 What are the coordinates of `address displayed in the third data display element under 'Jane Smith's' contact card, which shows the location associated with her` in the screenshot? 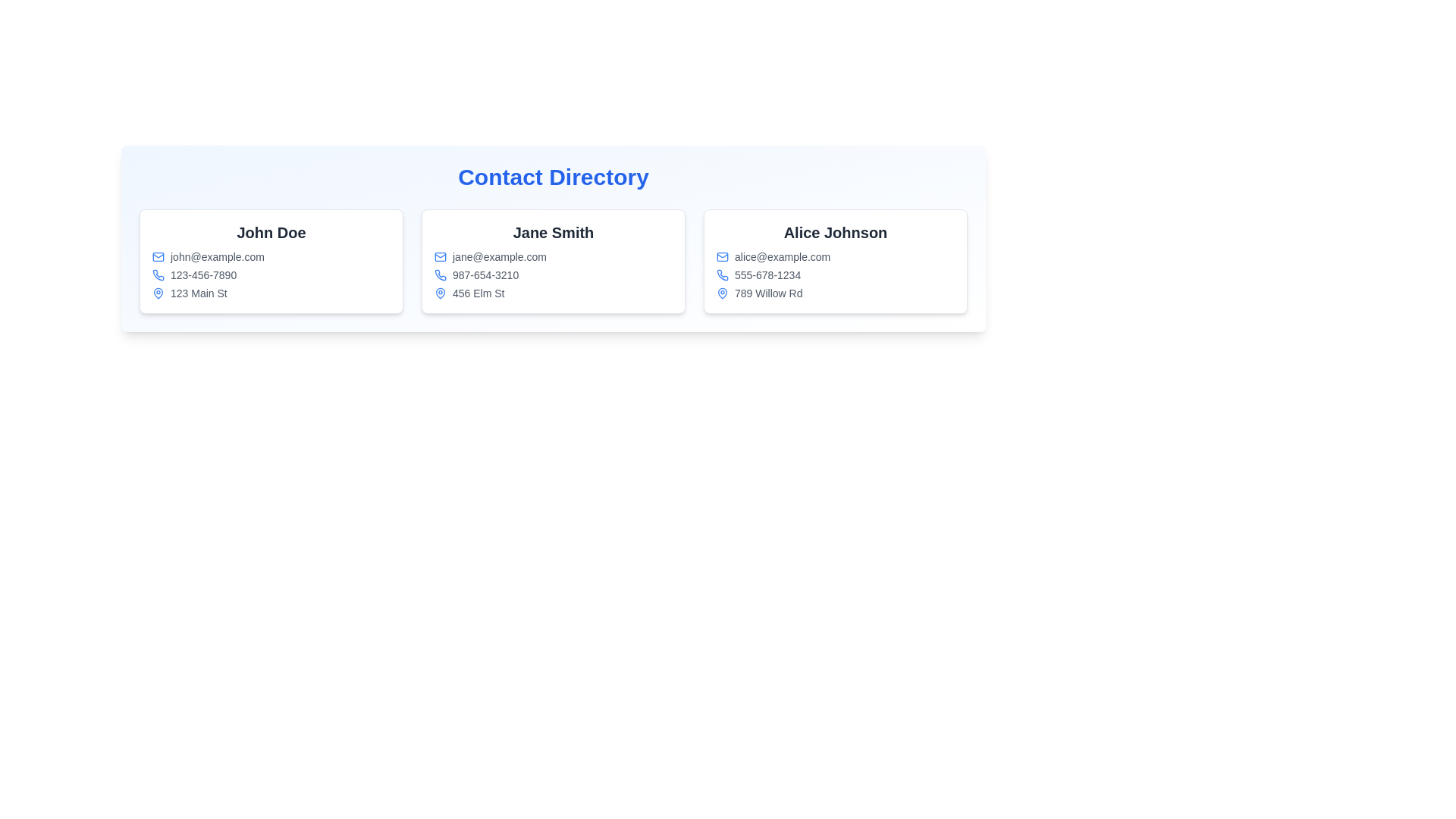 It's located at (552, 293).